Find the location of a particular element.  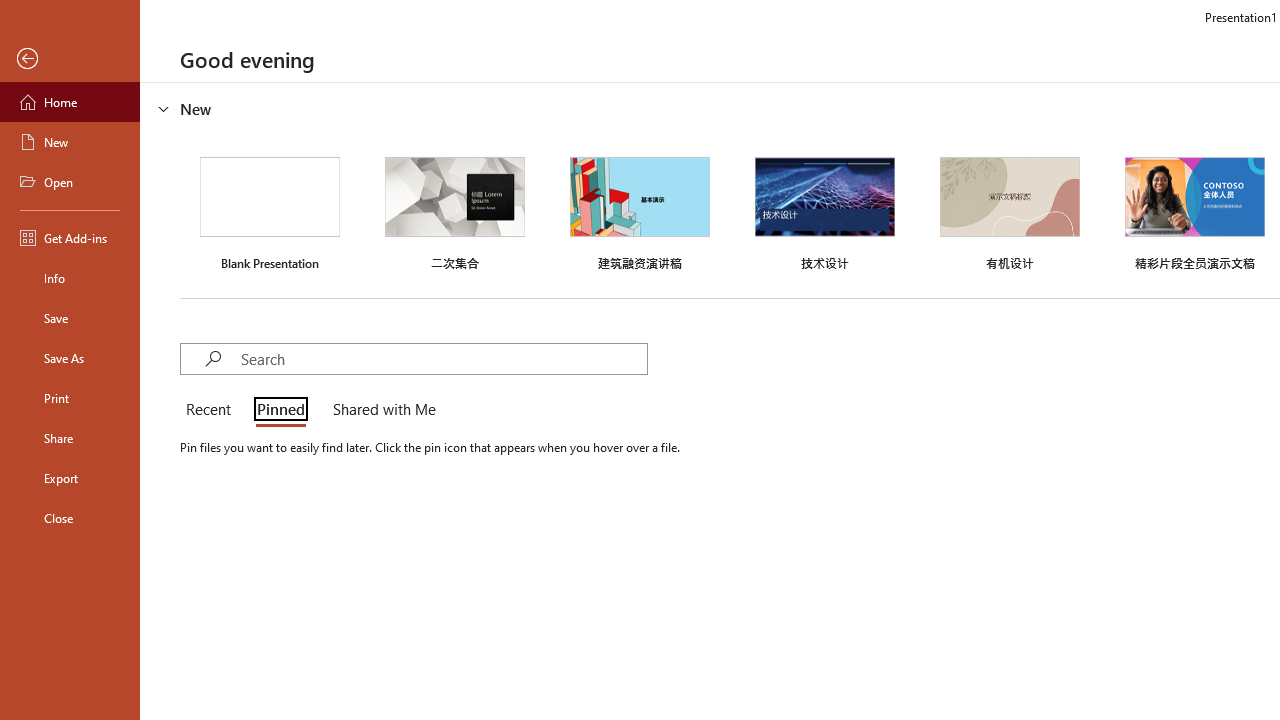

'Print' is located at coordinates (69, 398).